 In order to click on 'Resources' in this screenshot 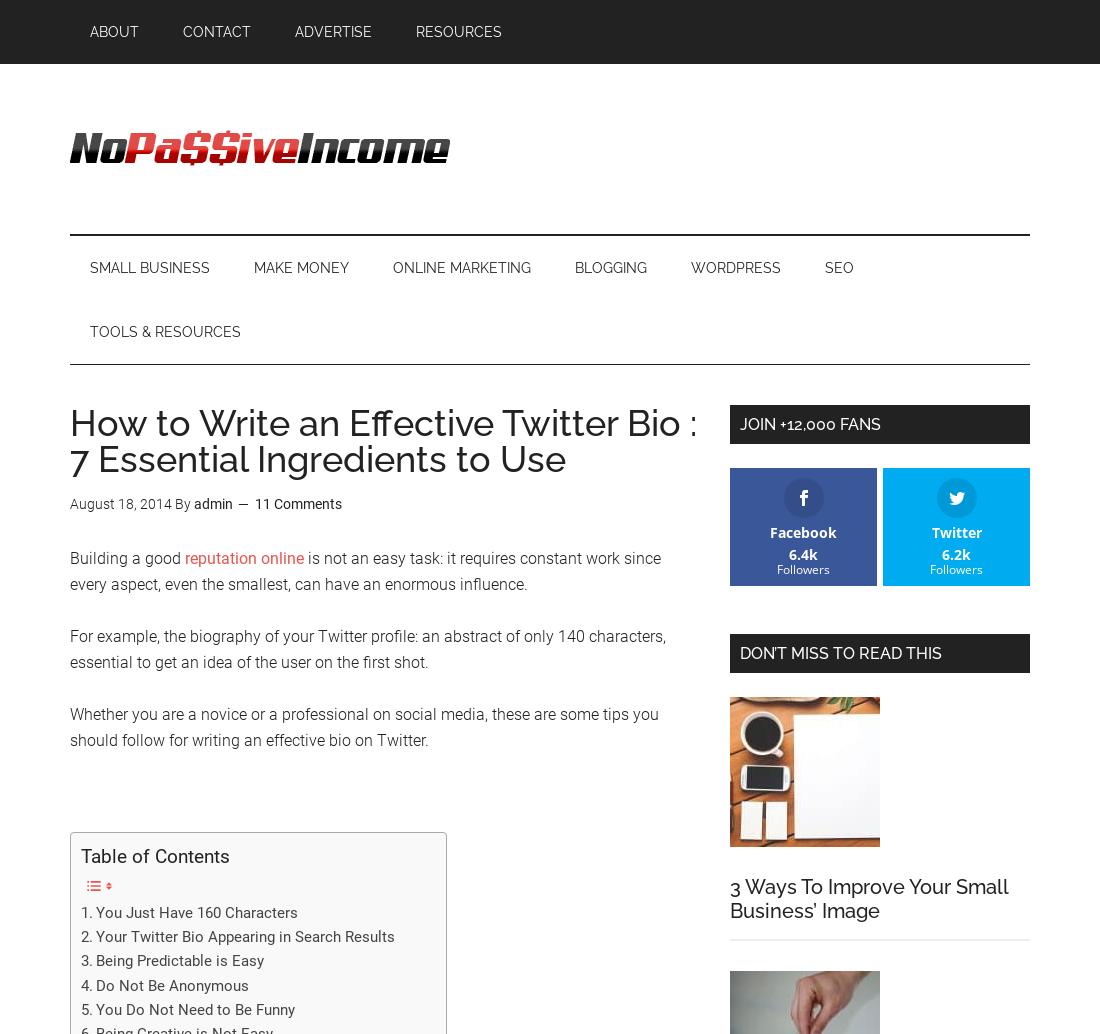, I will do `click(458, 31)`.